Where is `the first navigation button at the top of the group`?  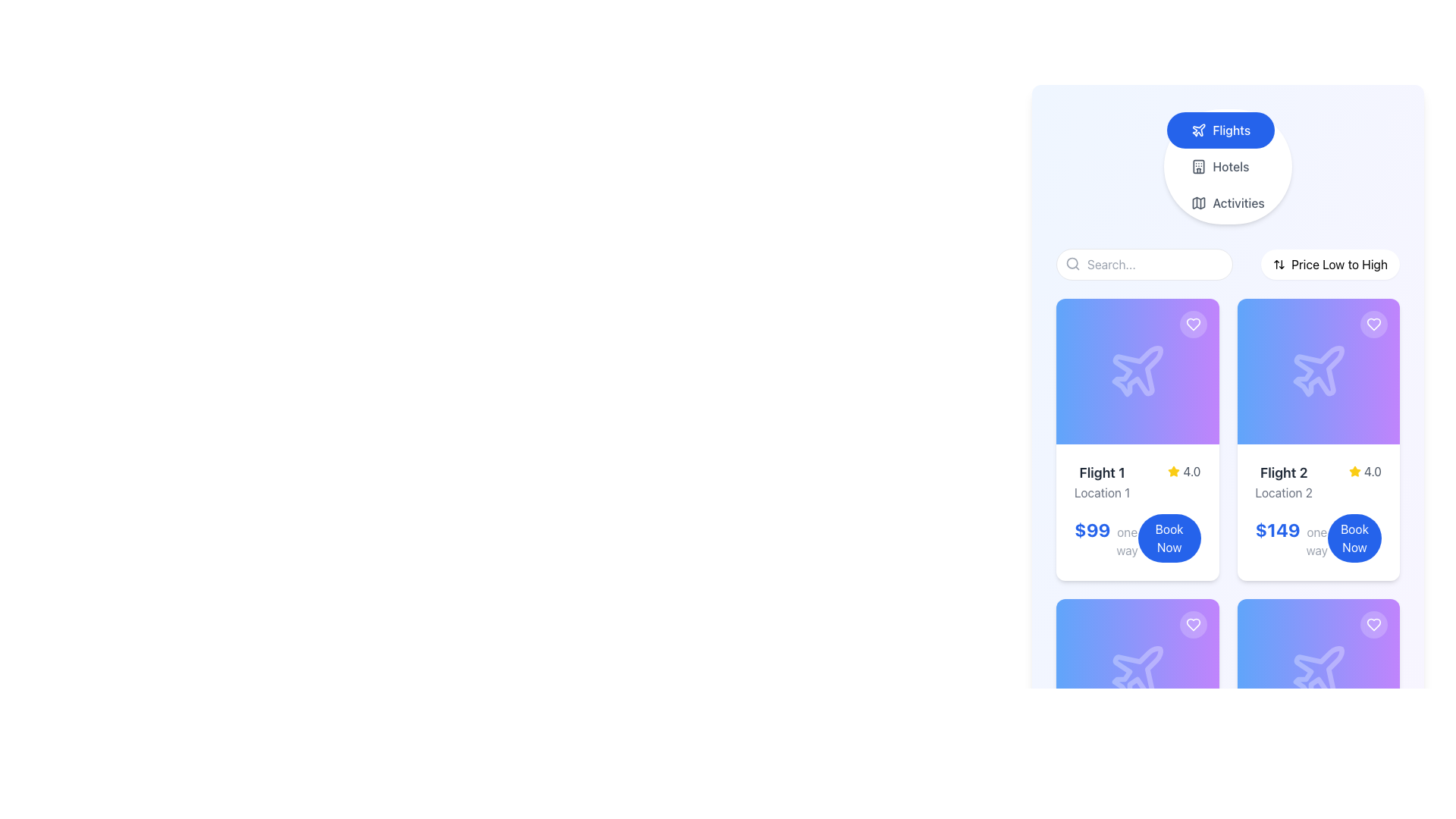
the first navigation button at the top of the group is located at coordinates (1220, 130).